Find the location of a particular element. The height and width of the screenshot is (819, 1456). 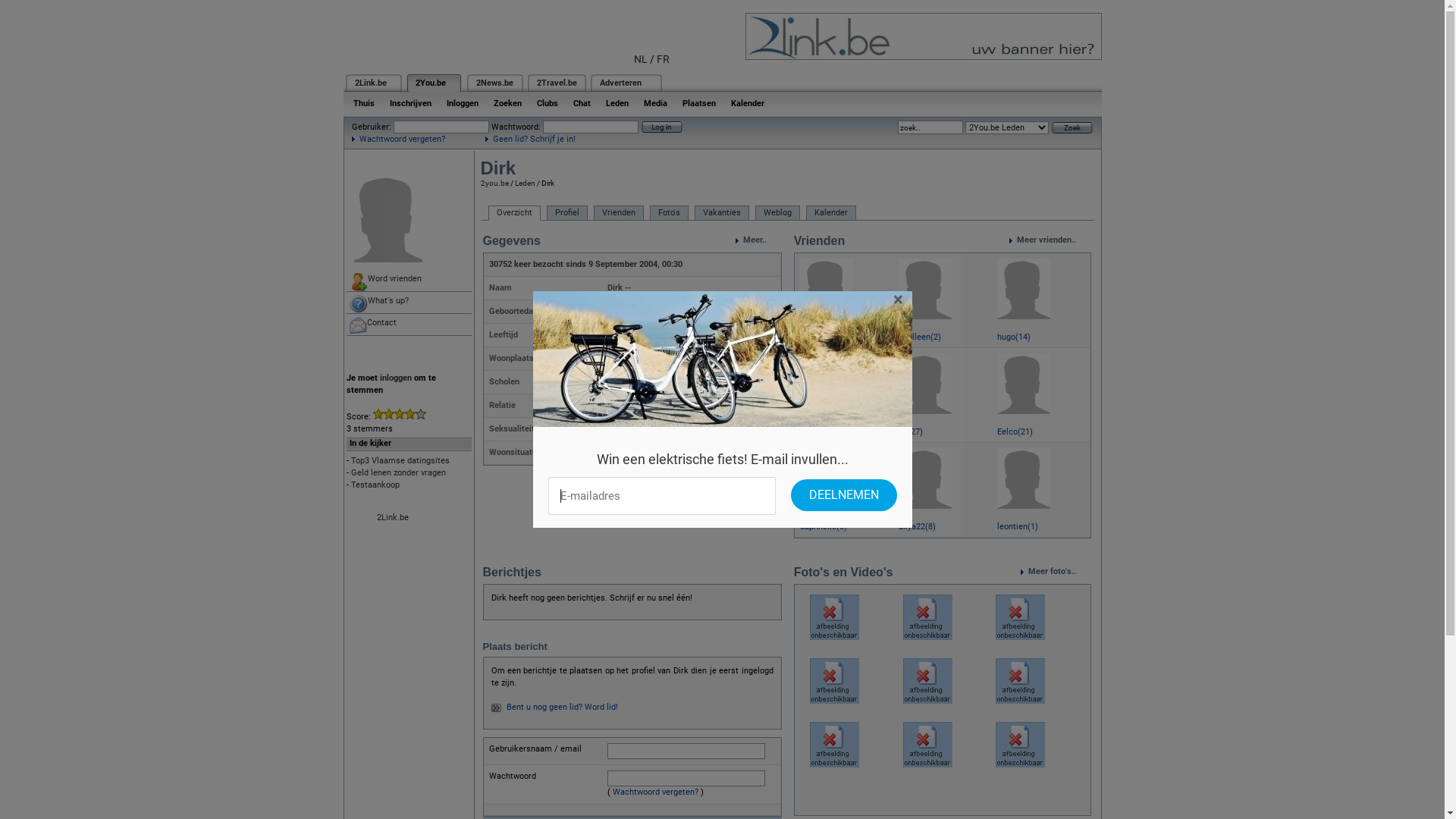

'2Link.be' is located at coordinates (371, 83).